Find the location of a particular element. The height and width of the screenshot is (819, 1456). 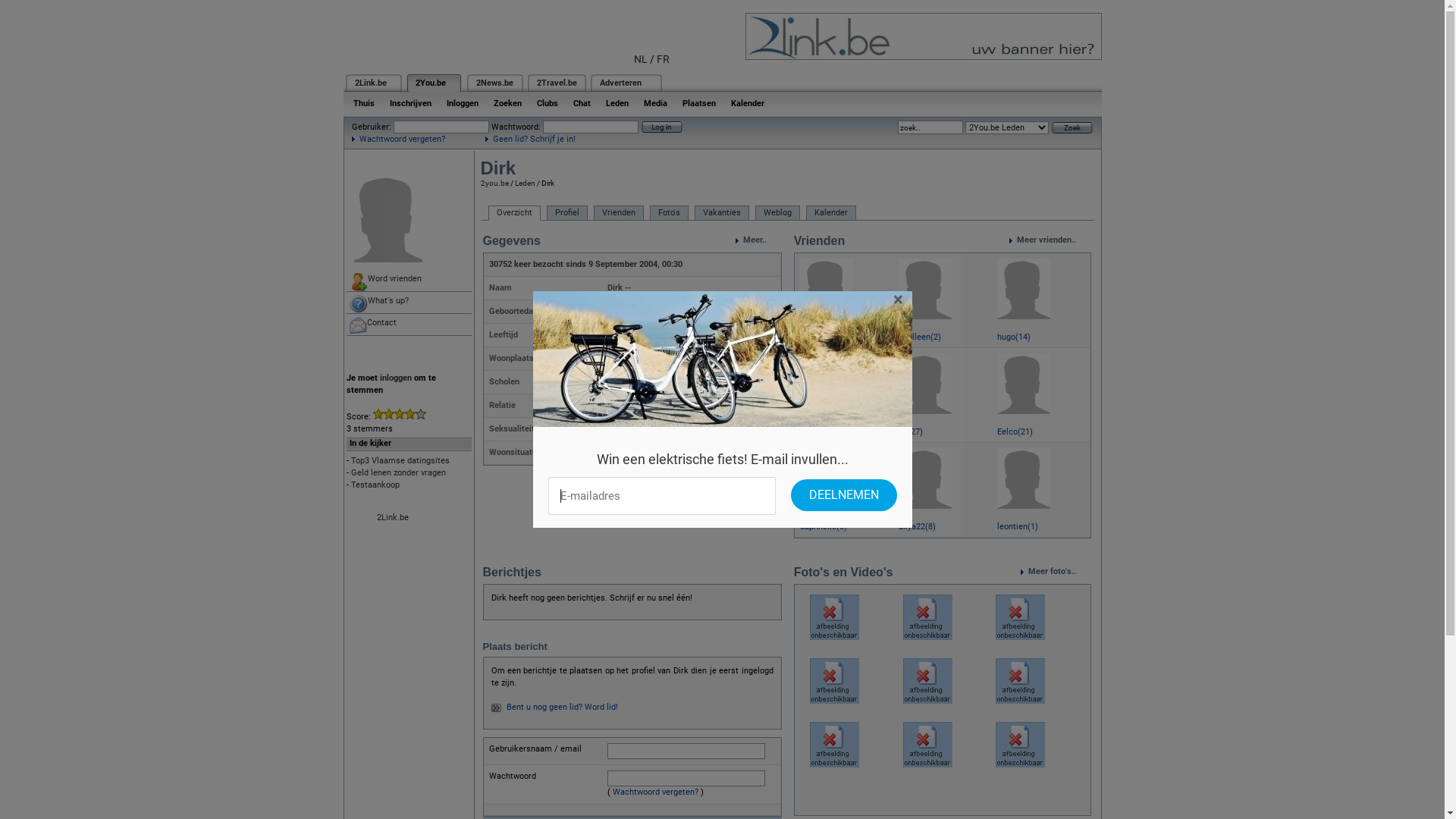

'2Link.be' is located at coordinates (371, 83).